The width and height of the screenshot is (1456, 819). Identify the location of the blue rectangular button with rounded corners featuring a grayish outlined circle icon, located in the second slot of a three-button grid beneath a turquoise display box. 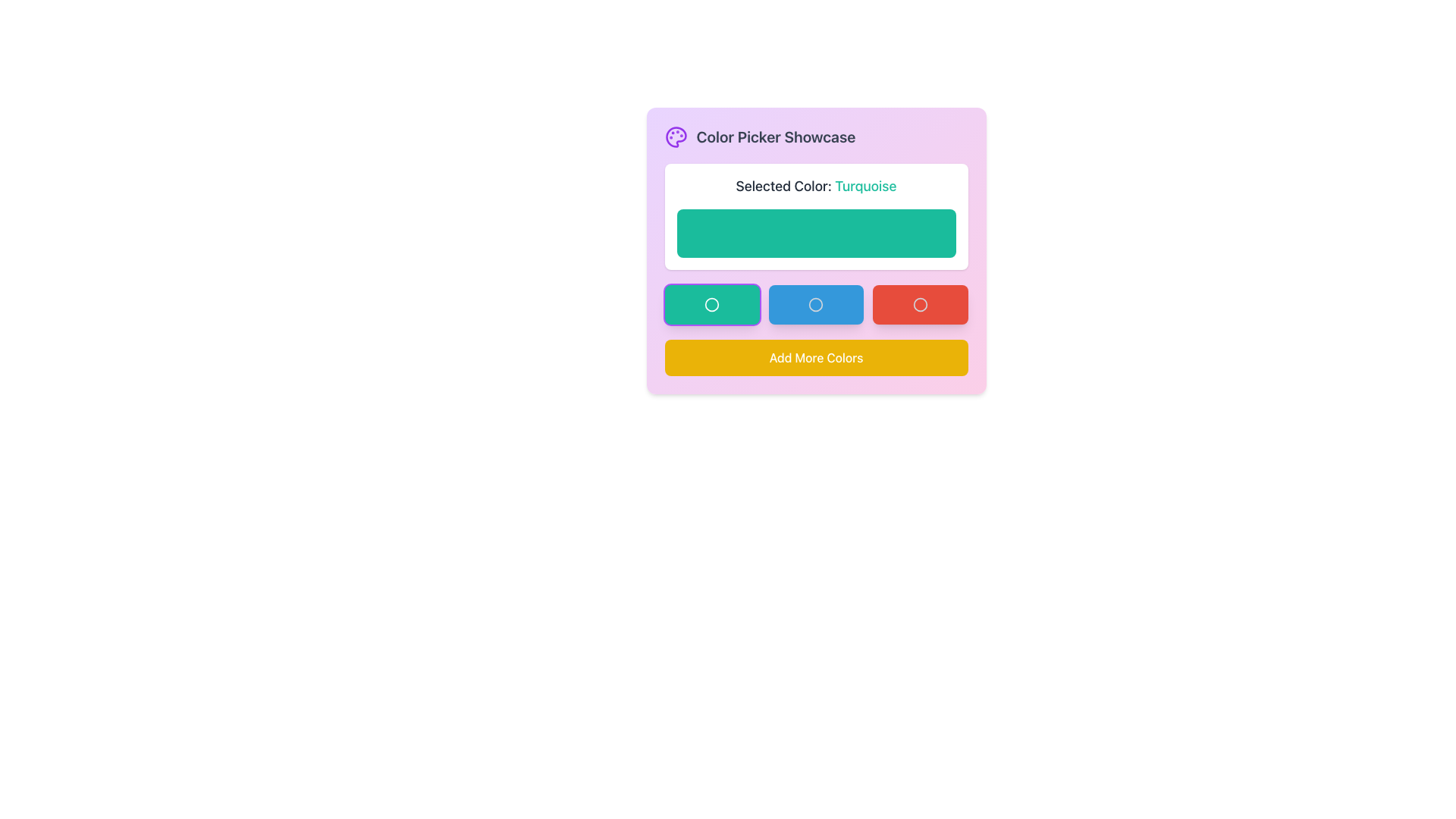
(815, 304).